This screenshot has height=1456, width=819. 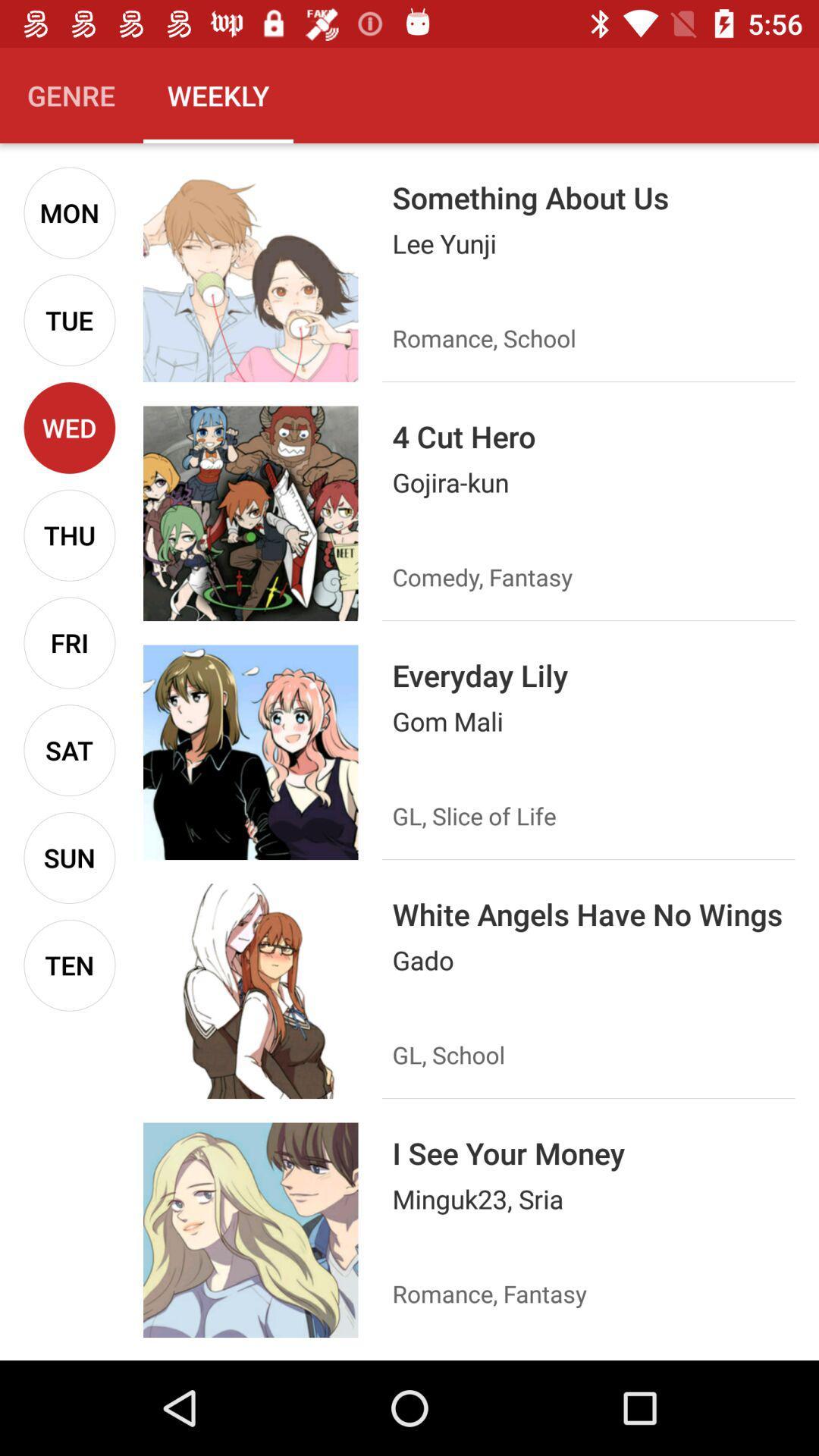 I want to click on the fri, so click(x=69, y=642).